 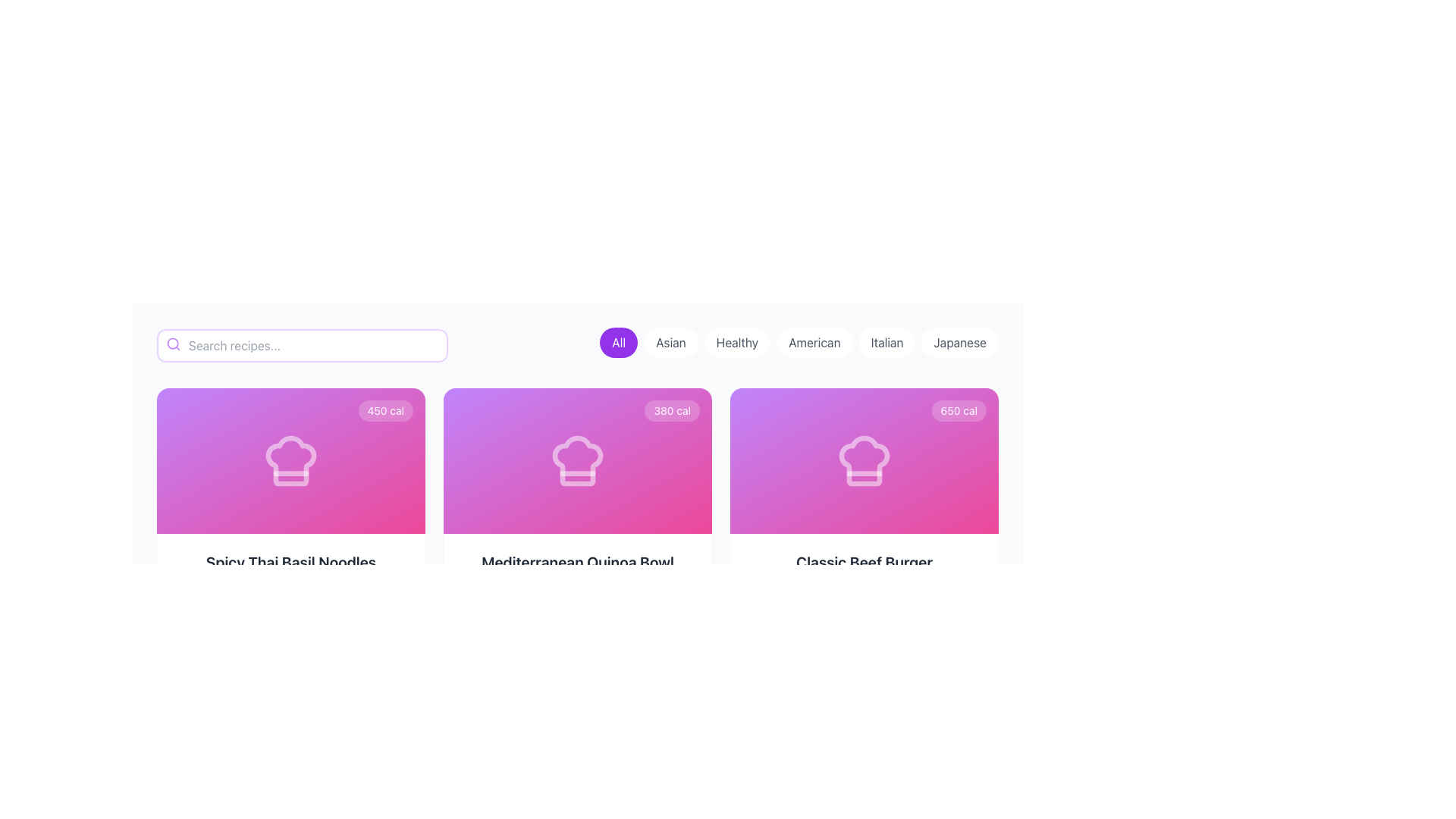 I want to click on the button displaying 'Healthy', so click(x=737, y=342).